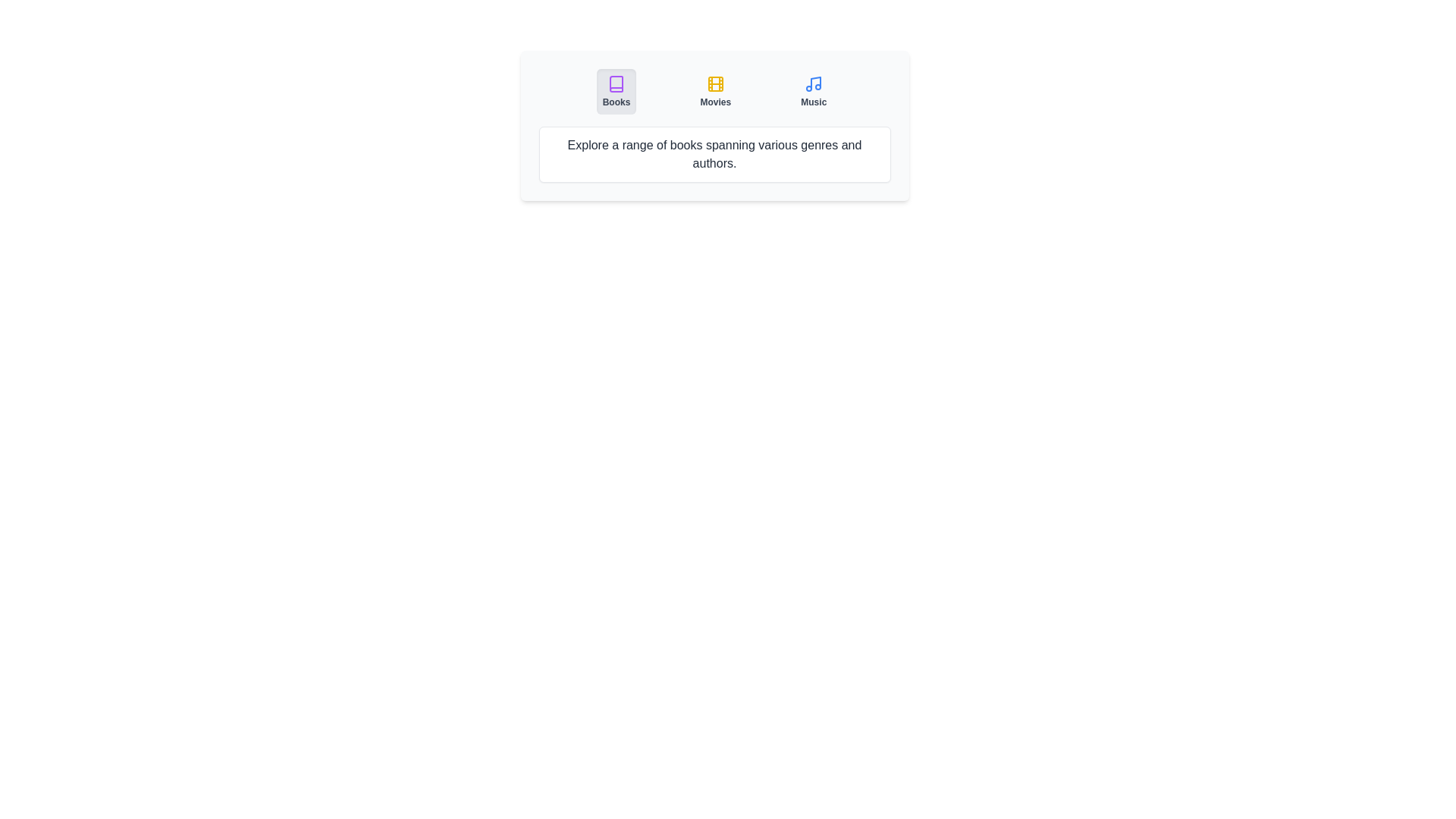 This screenshot has height=819, width=1456. I want to click on the tab button labeled 'Movies' to observe its visual effect, so click(714, 91).